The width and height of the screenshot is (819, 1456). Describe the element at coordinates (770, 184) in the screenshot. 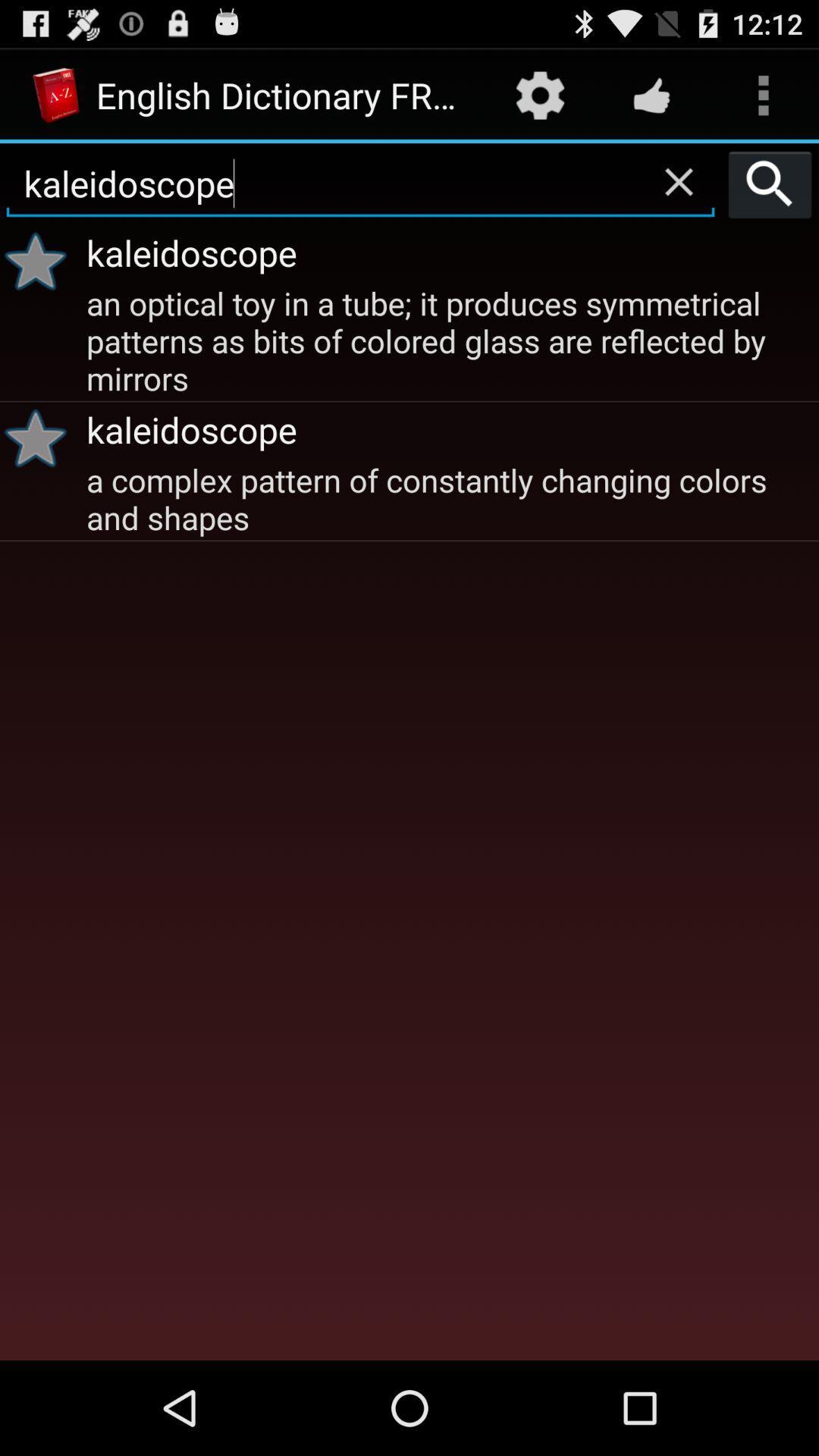

I see `the item next to kaleidoscope icon` at that location.